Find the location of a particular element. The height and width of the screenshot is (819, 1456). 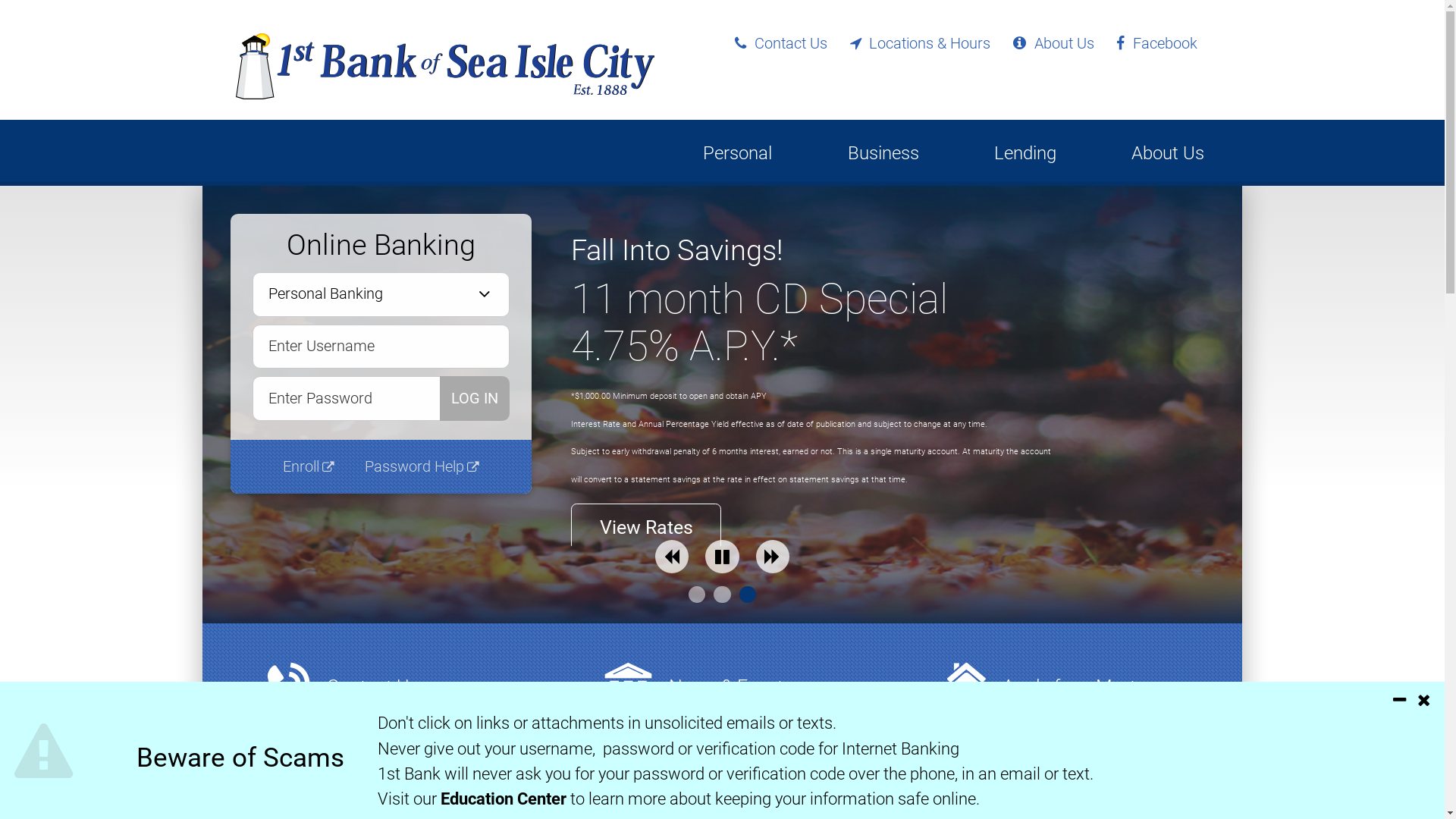

'Next Slide' is located at coordinates (756, 556).